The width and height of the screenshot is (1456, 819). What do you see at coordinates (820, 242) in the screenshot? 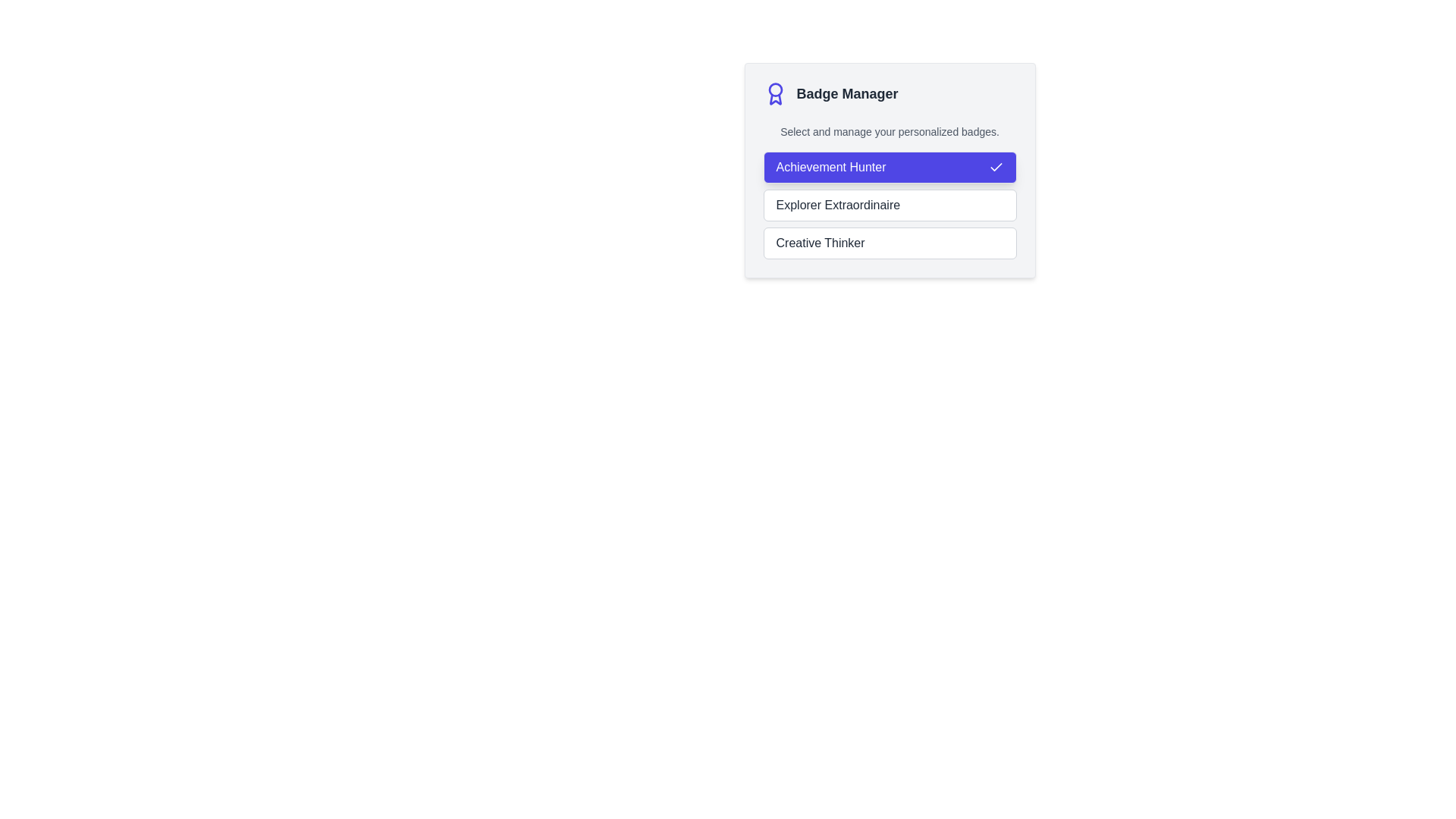
I see `the text label displaying 'Creative Thinker' in the Badge Manager interface, which is the third label in a list of selectable badges` at bounding box center [820, 242].